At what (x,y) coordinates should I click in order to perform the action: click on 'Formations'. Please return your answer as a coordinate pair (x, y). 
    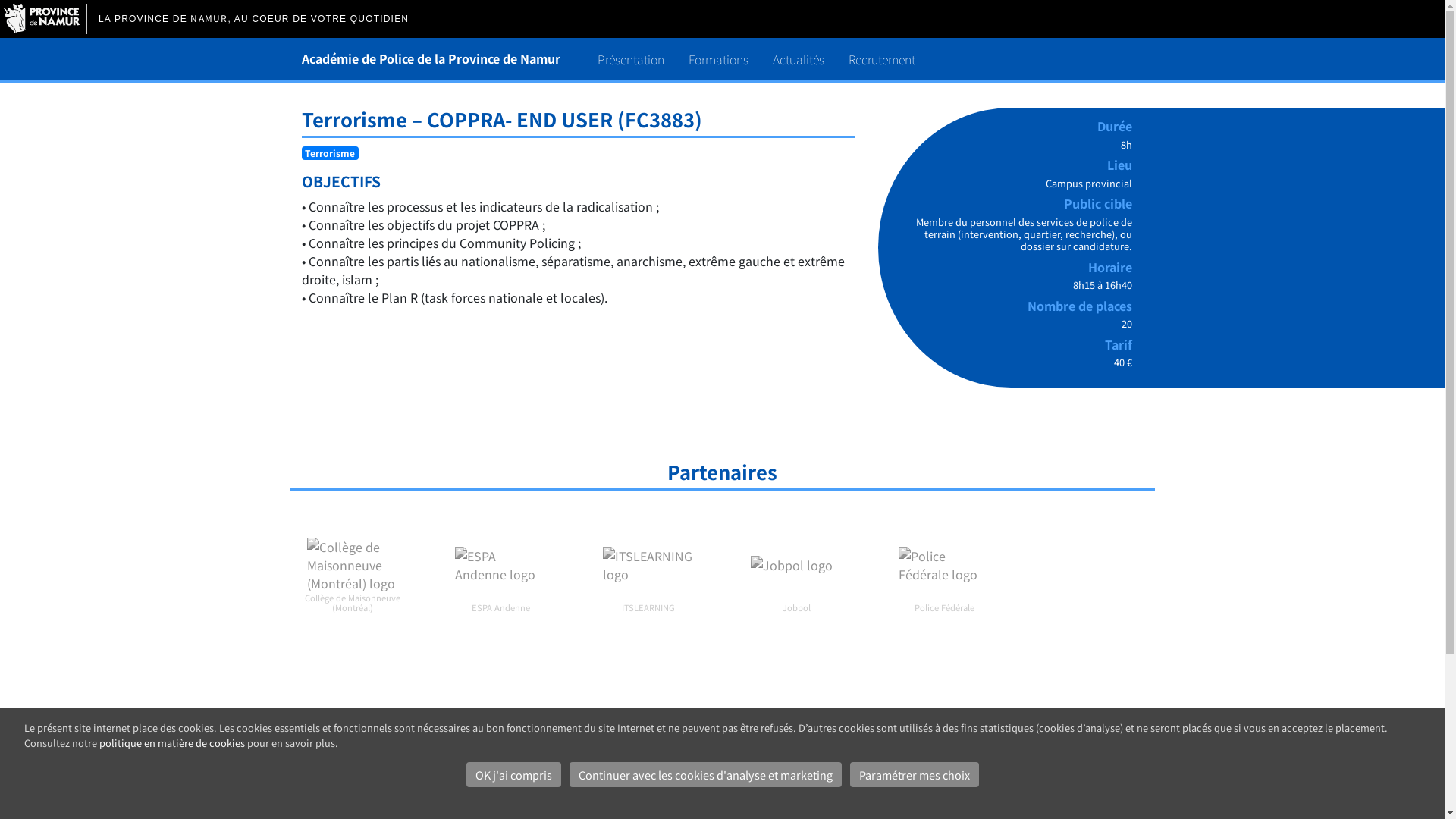
    Looking at the image, I should click on (717, 58).